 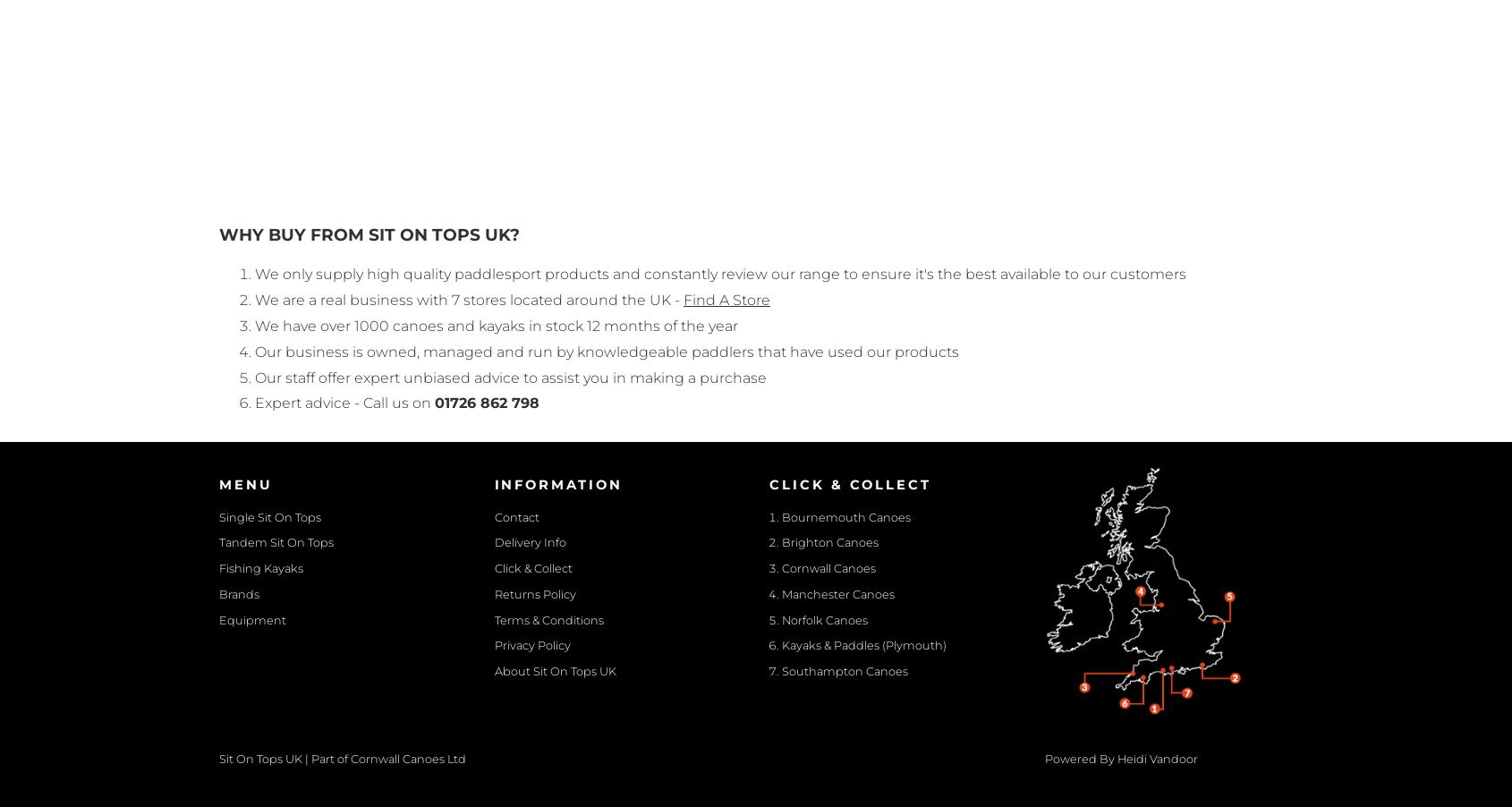 What do you see at coordinates (468, 299) in the screenshot?
I see `'We are a real business with 7 stores located around the UK -'` at bounding box center [468, 299].